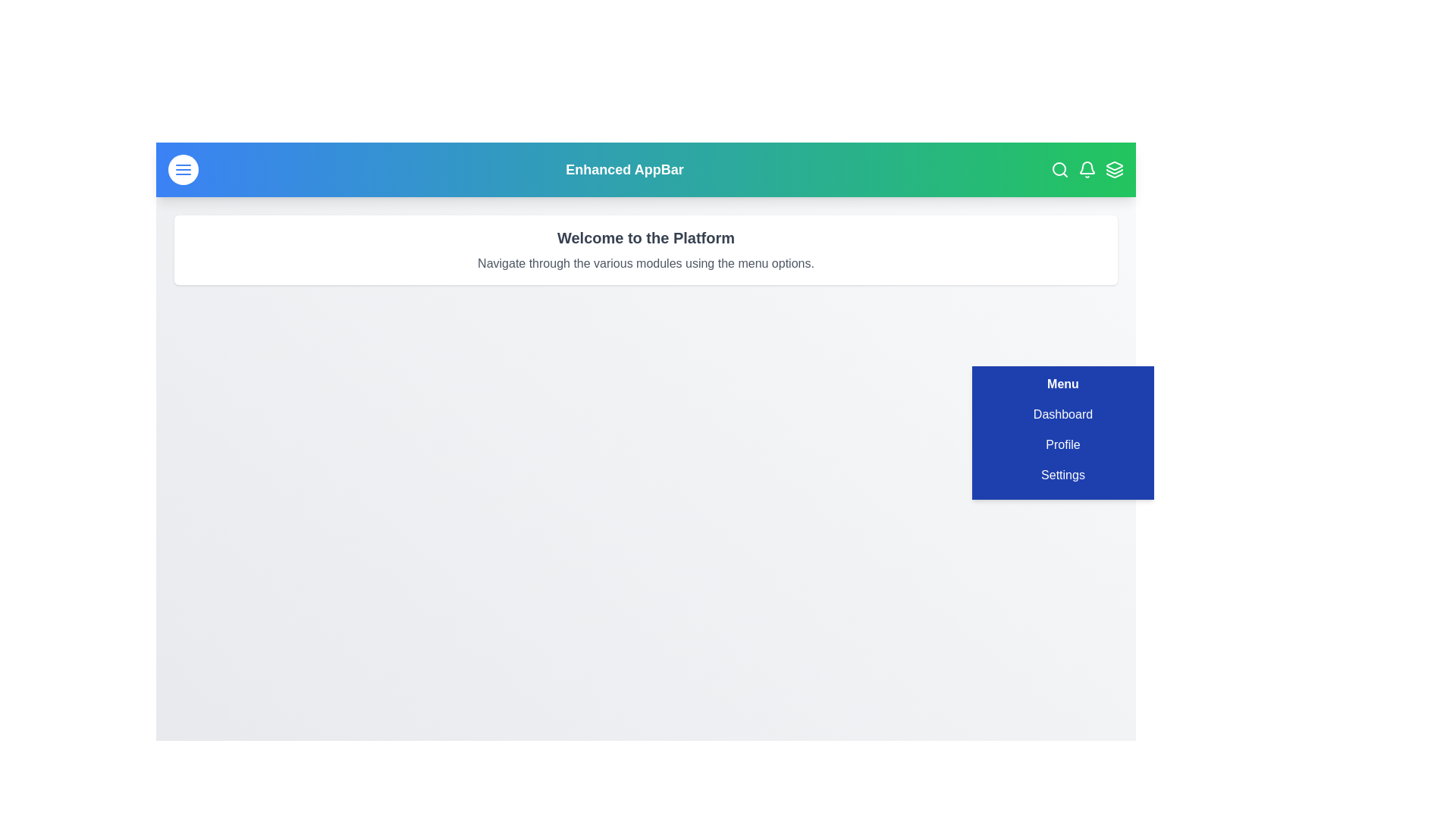 Image resolution: width=1456 pixels, height=819 pixels. Describe the element at coordinates (1059, 169) in the screenshot. I see `the search icon` at that location.